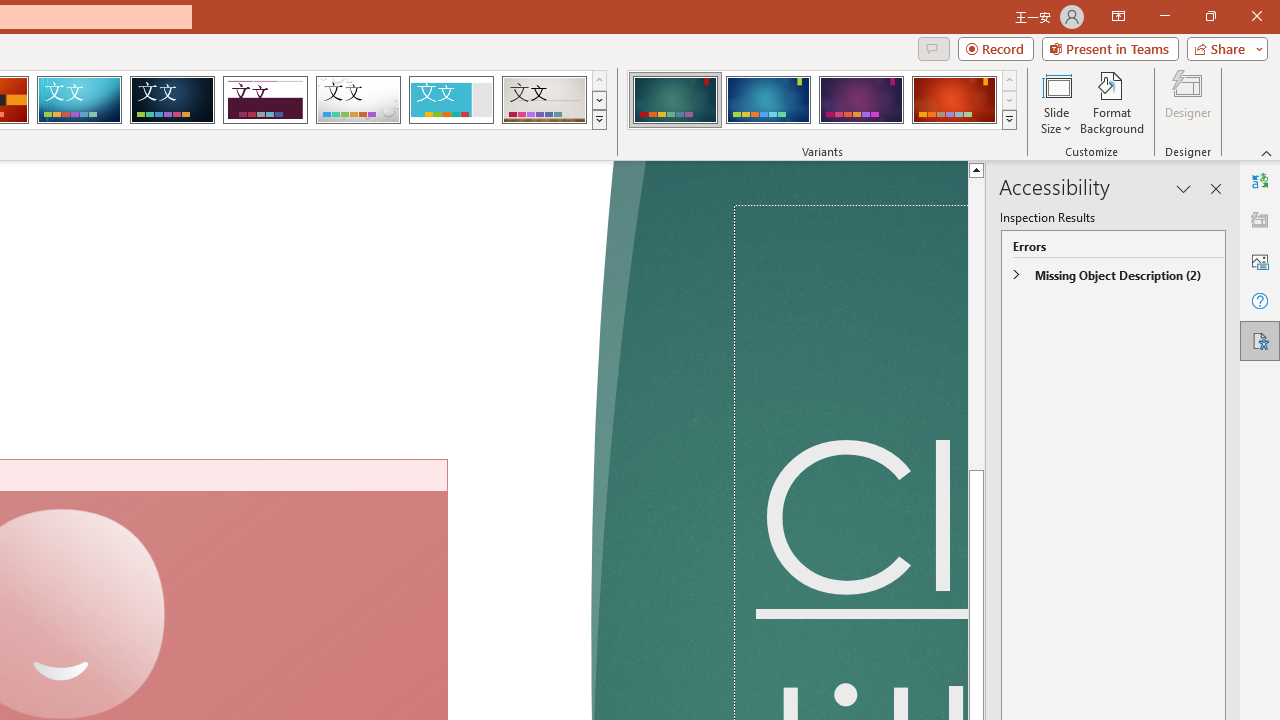  What do you see at coordinates (953, 100) in the screenshot?
I see `'Ion Variant 4'` at bounding box center [953, 100].